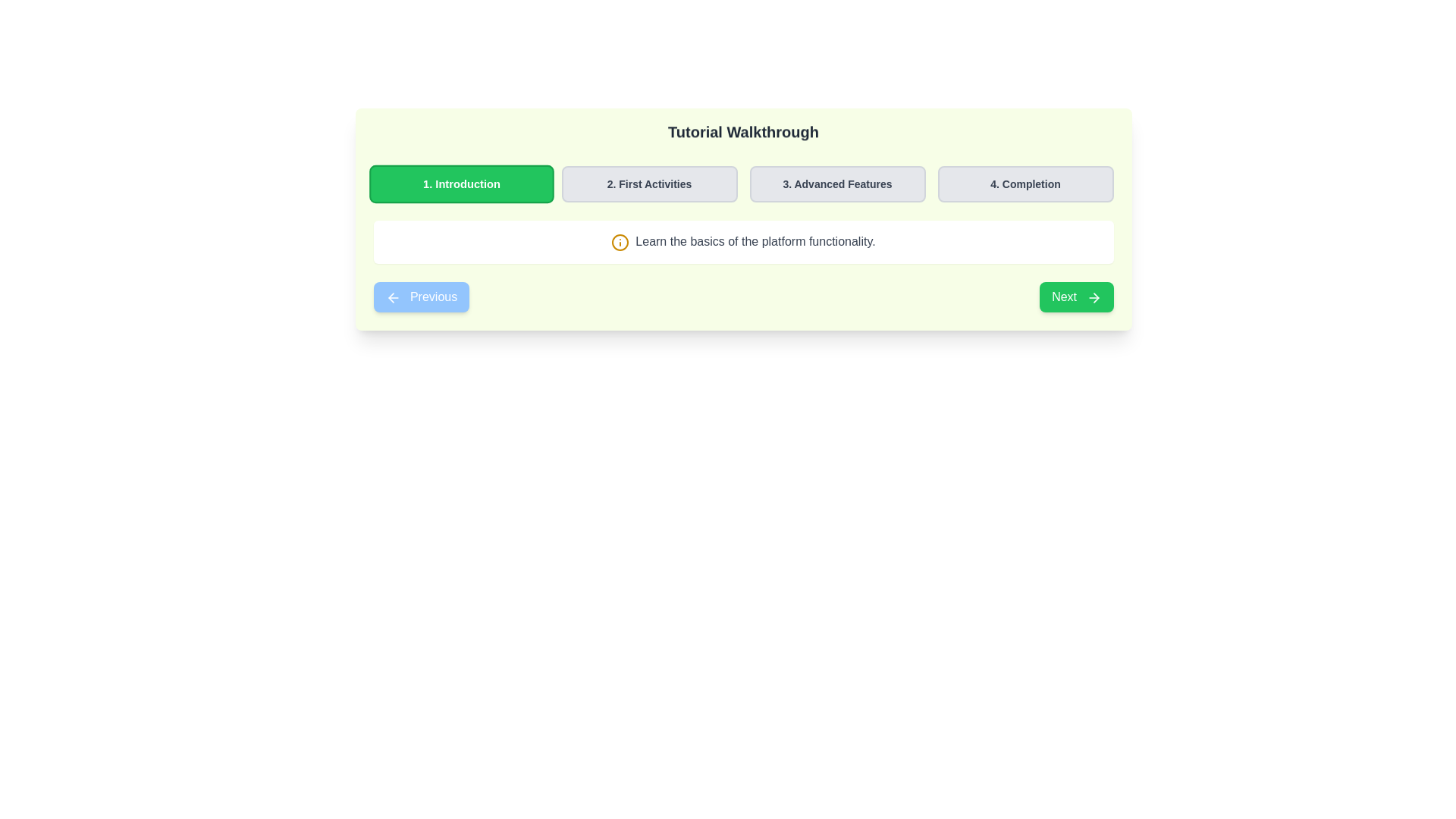 This screenshot has width=1456, height=819. I want to click on keyboard navigation, so click(1094, 297).